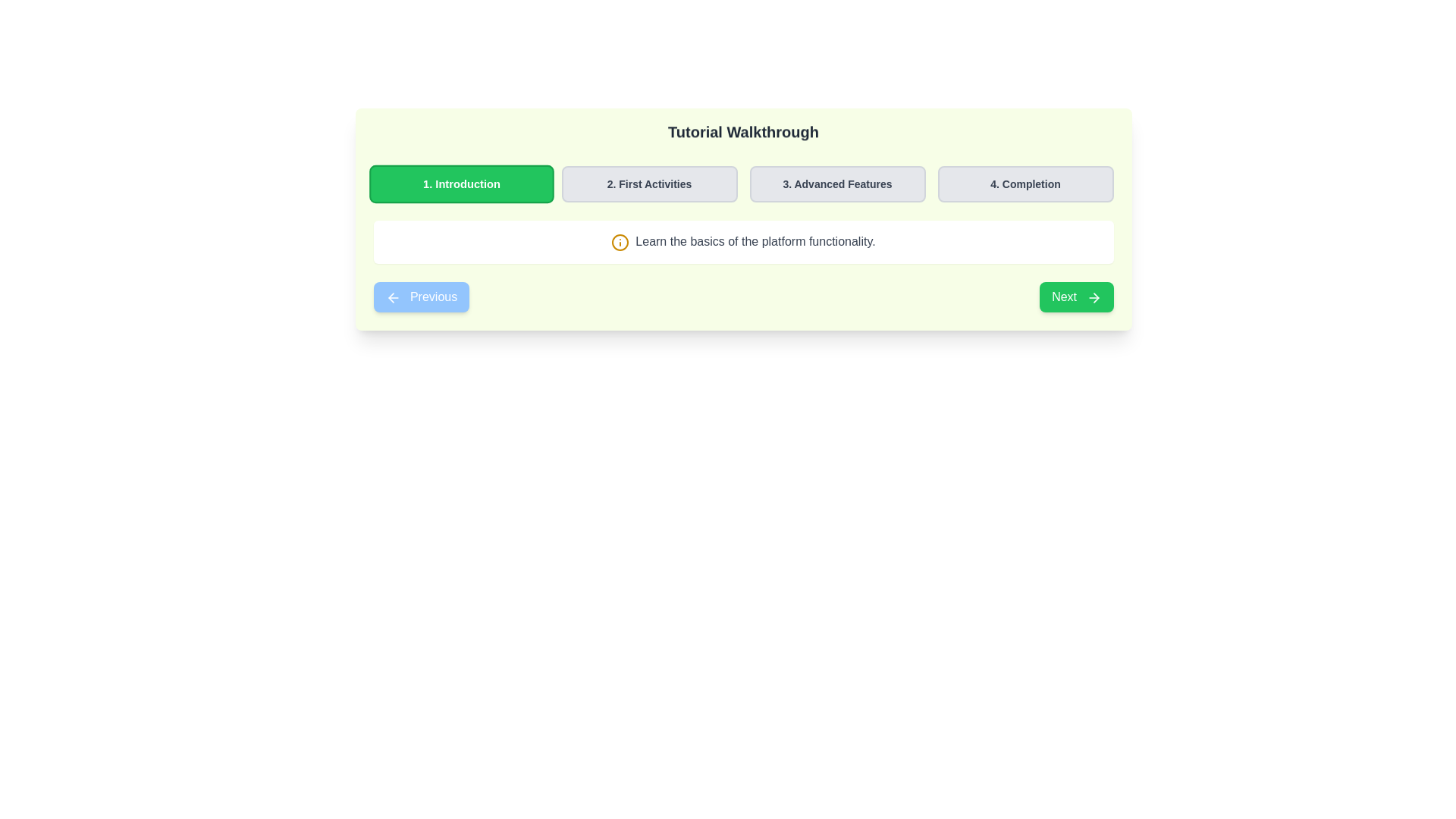 This screenshot has width=1456, height=819. I want to click on keyboard navigation, so click(1094, 297).